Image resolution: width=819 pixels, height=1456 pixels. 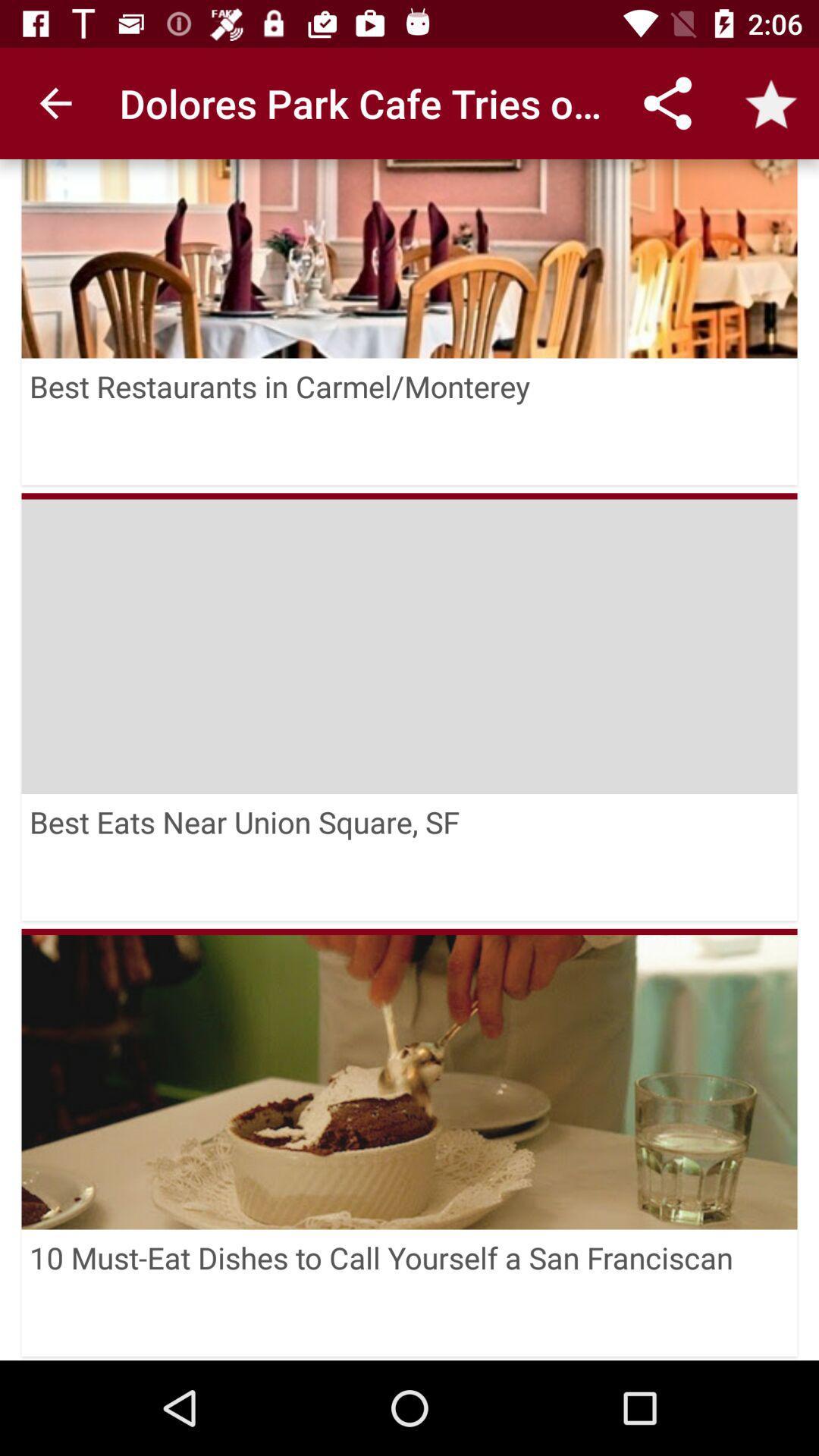 I want to click on the icon above 10 must eat icon, so click(x=409, y=930).